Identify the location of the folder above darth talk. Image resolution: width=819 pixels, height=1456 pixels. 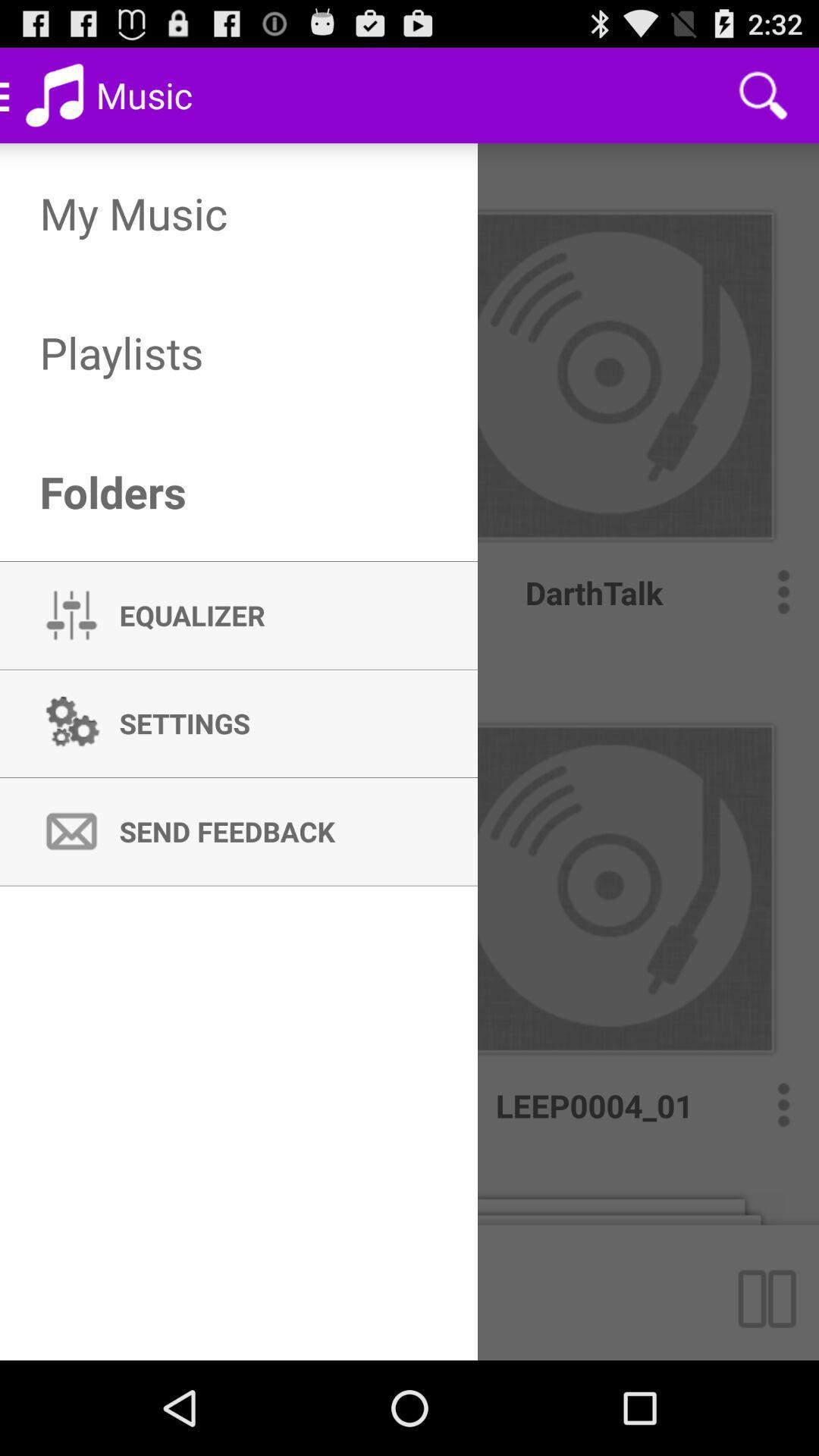
(610, 351).